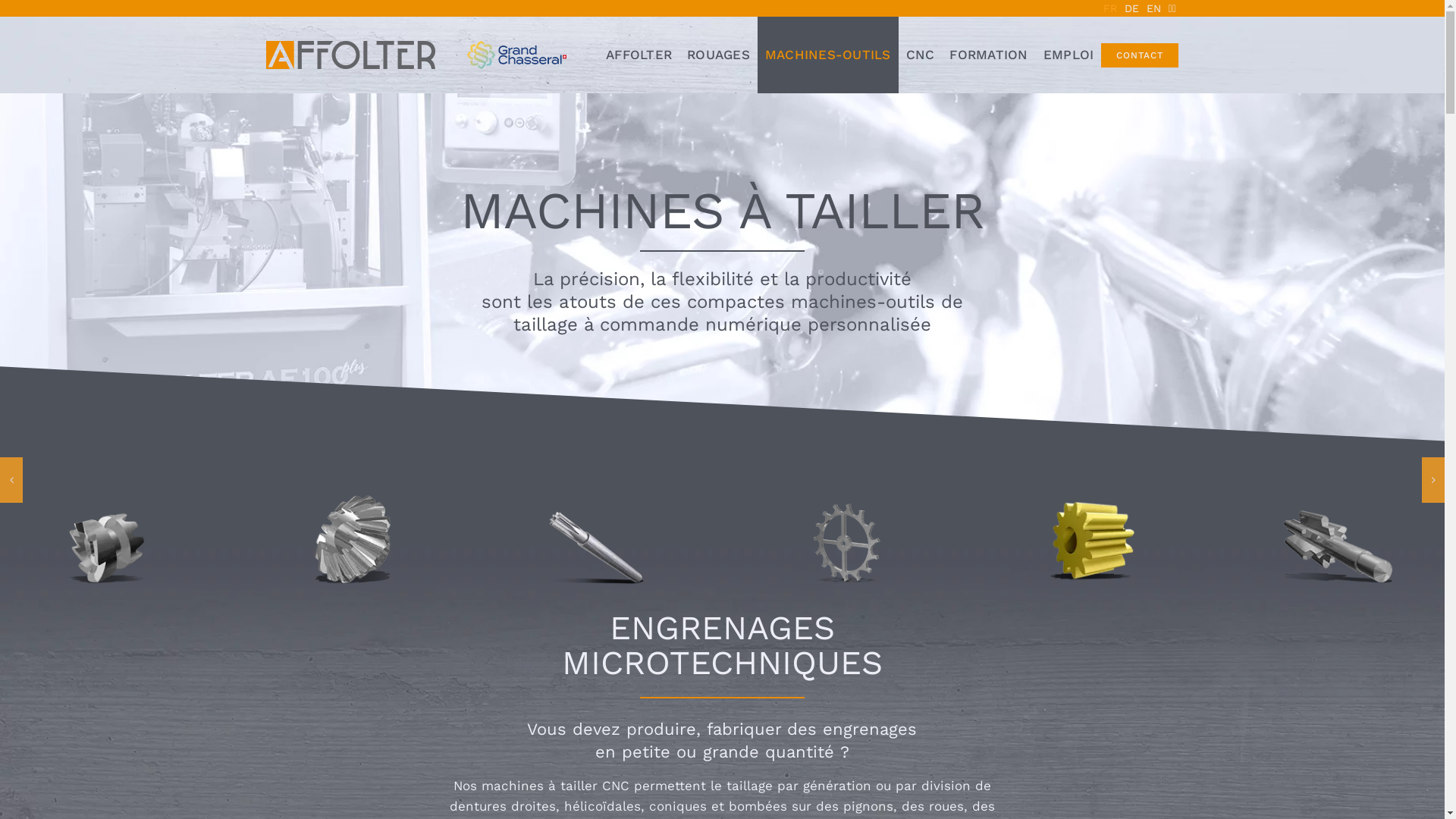 The height and width of the screenshot is (819, 1456). I want to click on 'DE', so click(1131, 8).